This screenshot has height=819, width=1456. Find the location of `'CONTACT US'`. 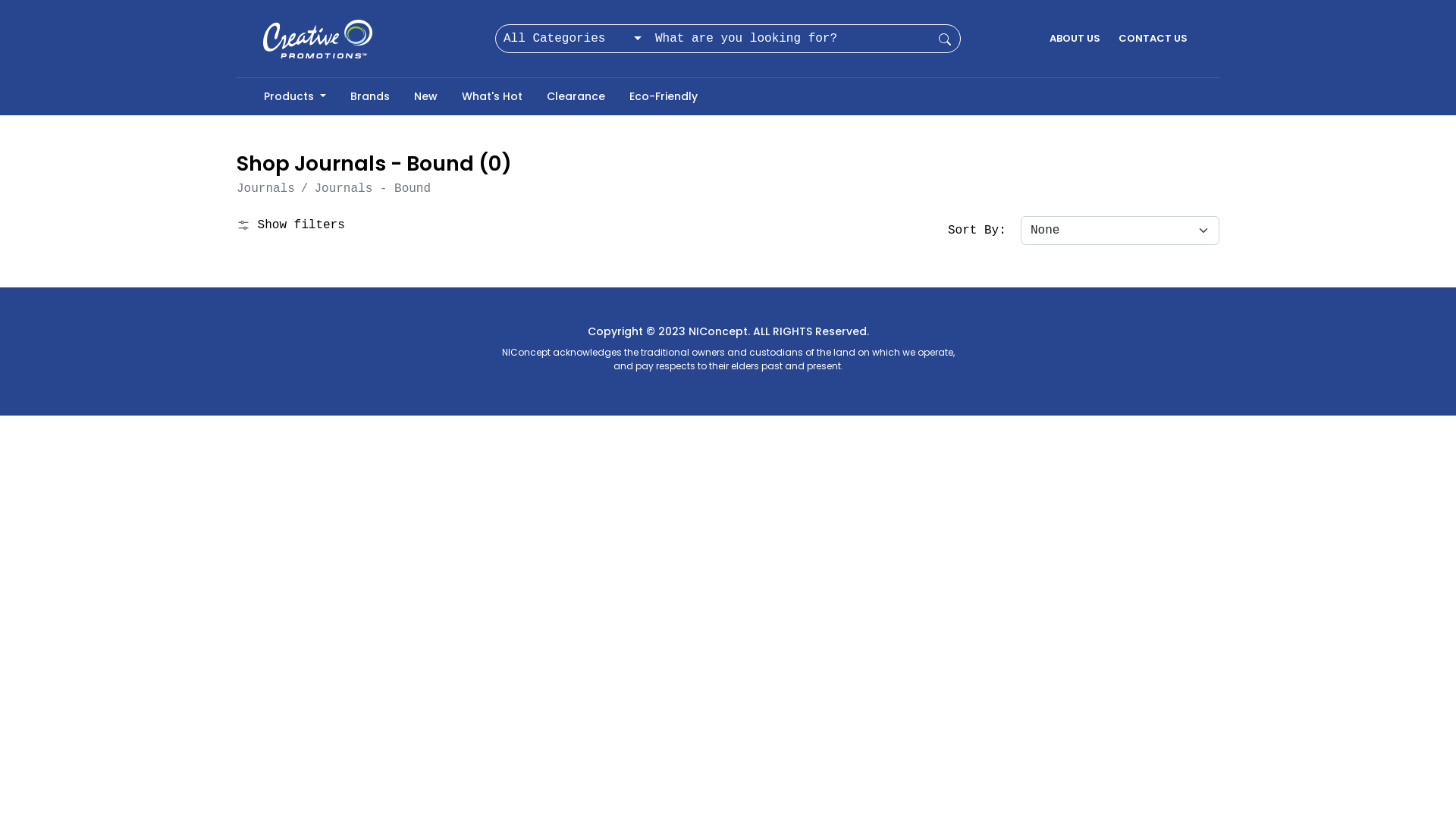

'CONTACT US' is located at coordinates (1153, 37).